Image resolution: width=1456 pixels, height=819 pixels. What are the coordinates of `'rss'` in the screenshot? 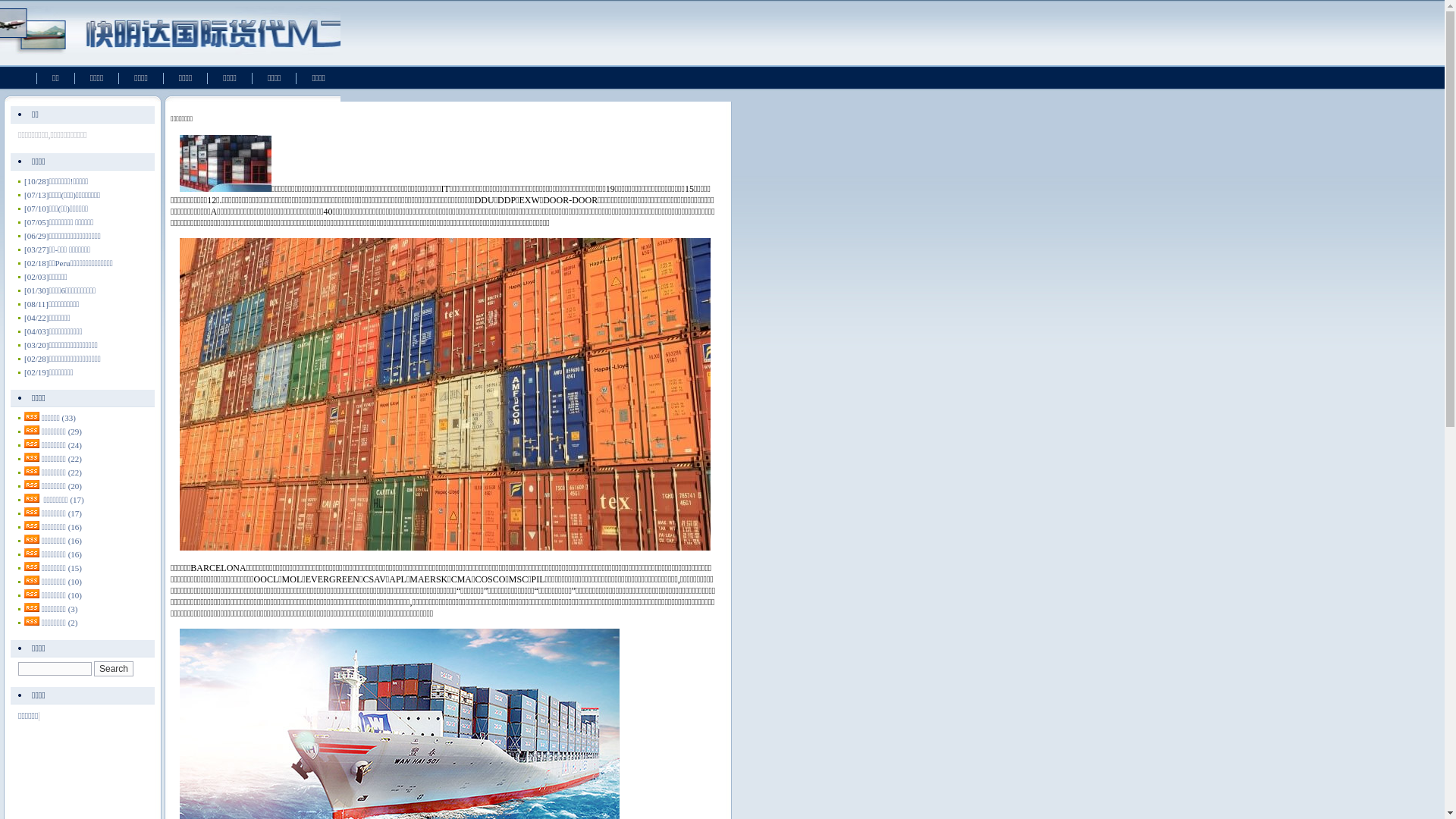 It's located at (32, 593).